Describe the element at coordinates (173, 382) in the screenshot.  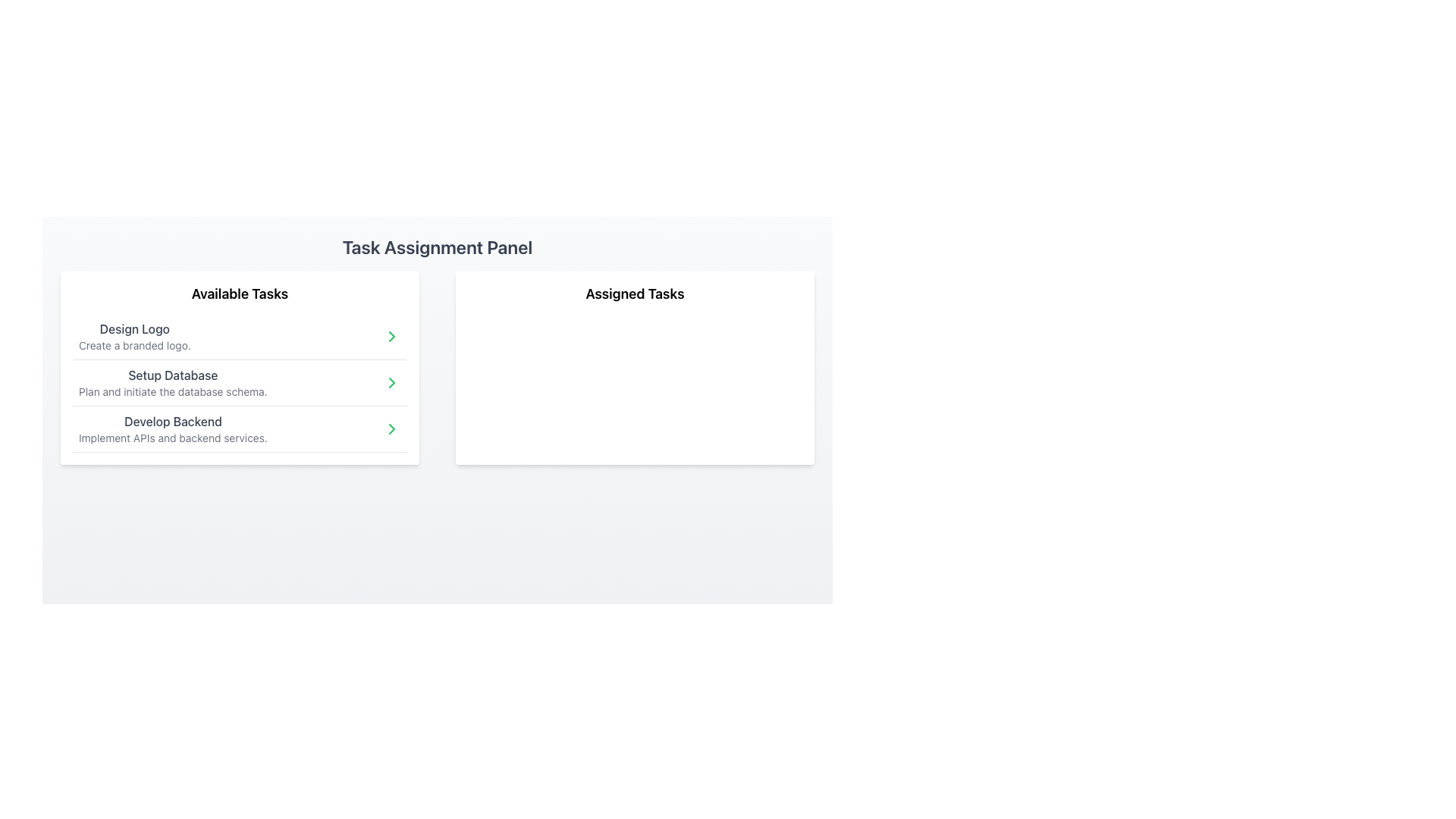
I see `text of the second task entry titled 'Setup Database' in the 'Available Tasks' section, which is located between 'Design Logo' and 'Develop Backend'` at that location.